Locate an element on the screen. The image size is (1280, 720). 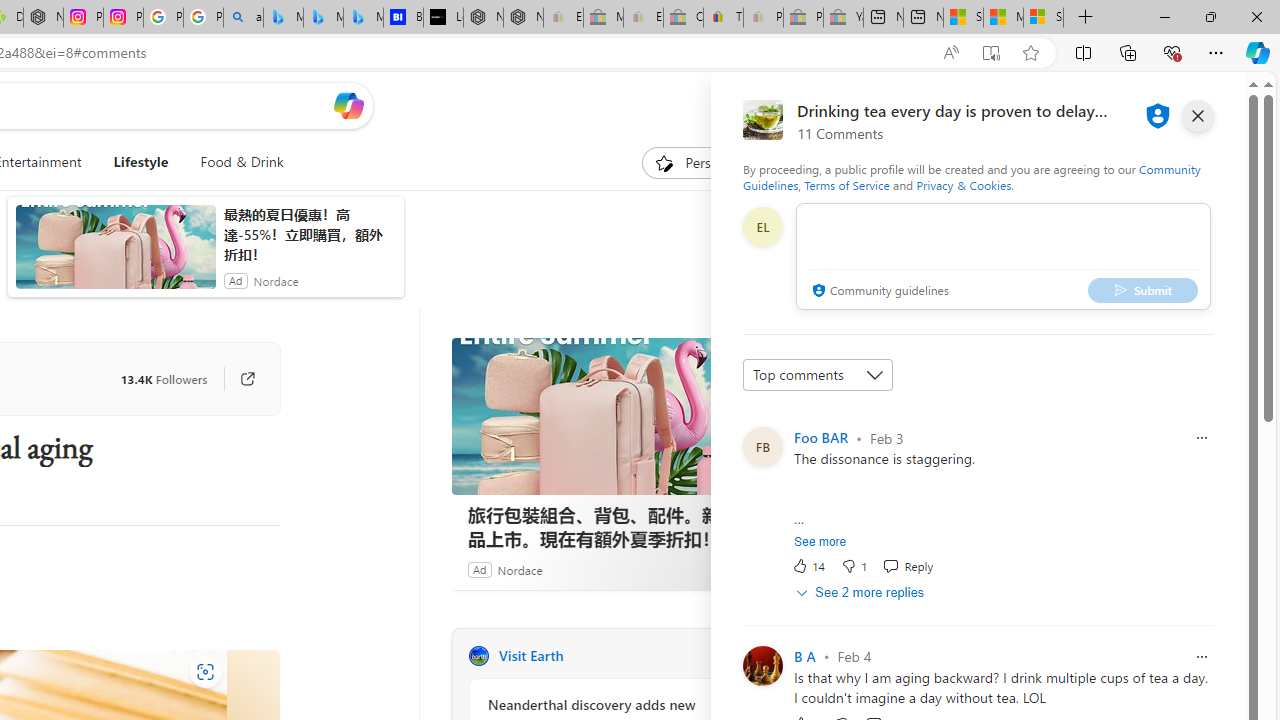
'Privacy & Cookies' is located at coordinates (964, 185).